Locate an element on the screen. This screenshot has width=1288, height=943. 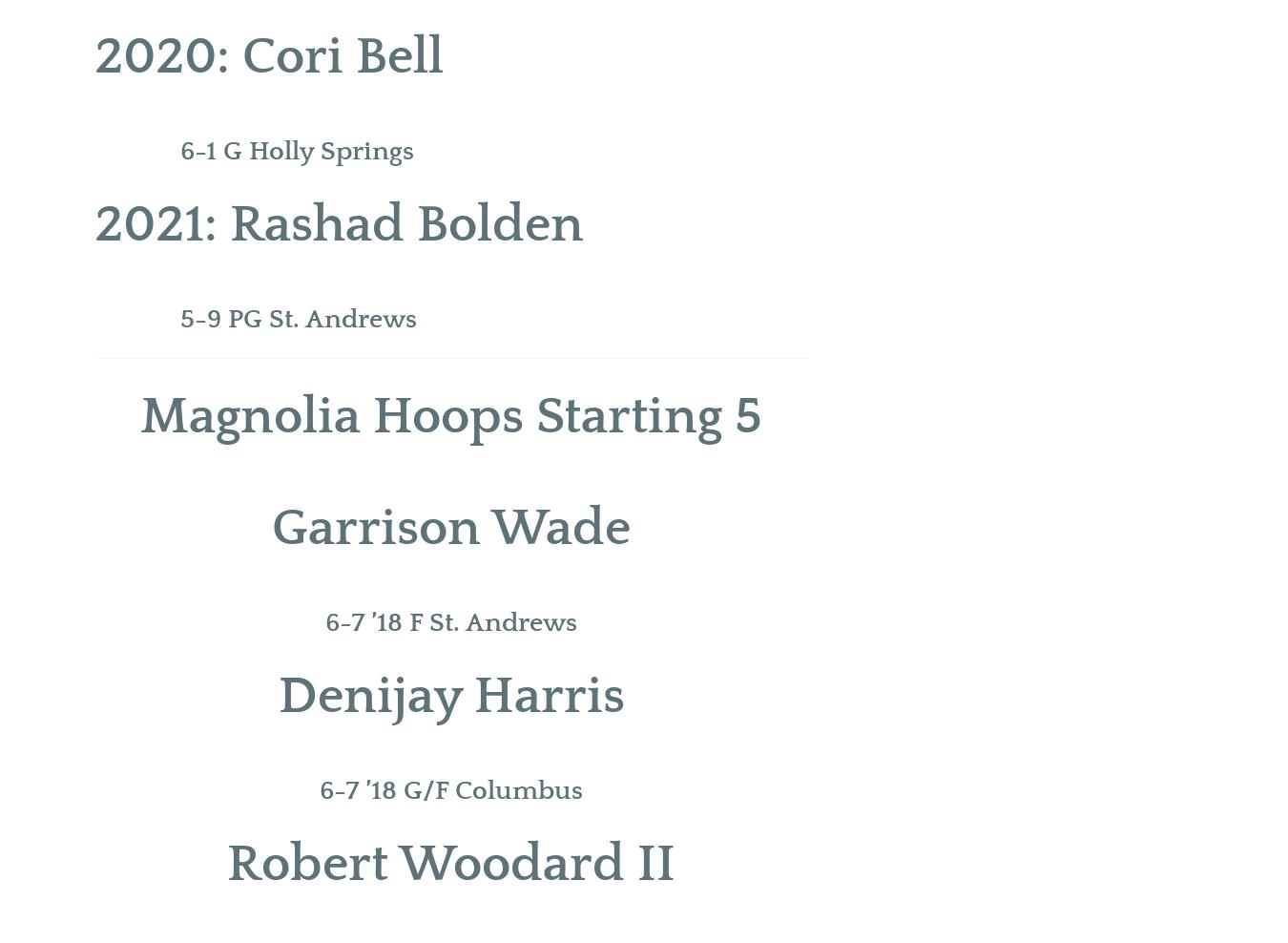
'Robert Woodard II' is located at coordinates (450, 863).